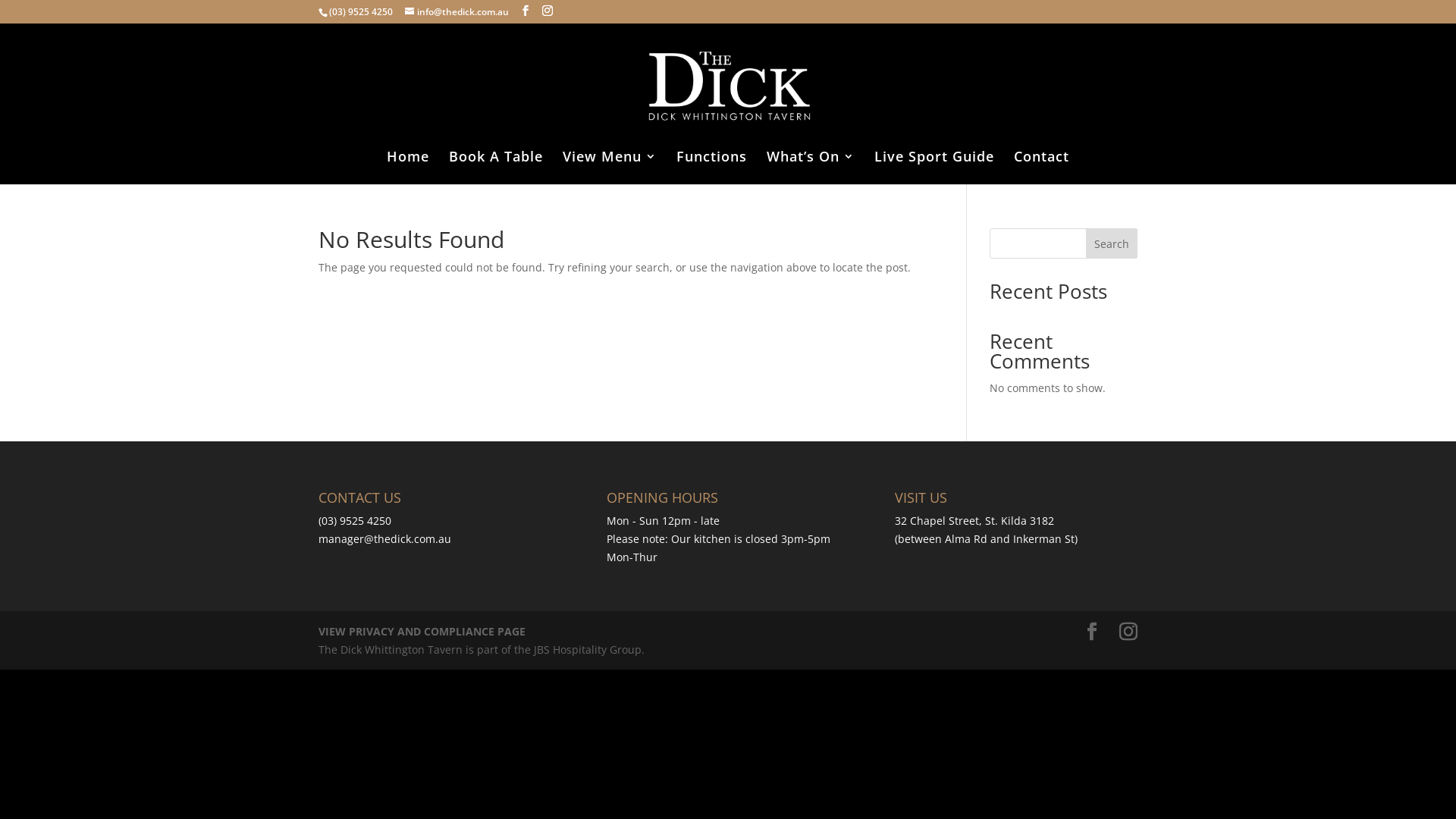 The image size is (1456, 819). Describe the element at coordinates (711, 167) in the screenshot. I see `'Functions'` at that location.